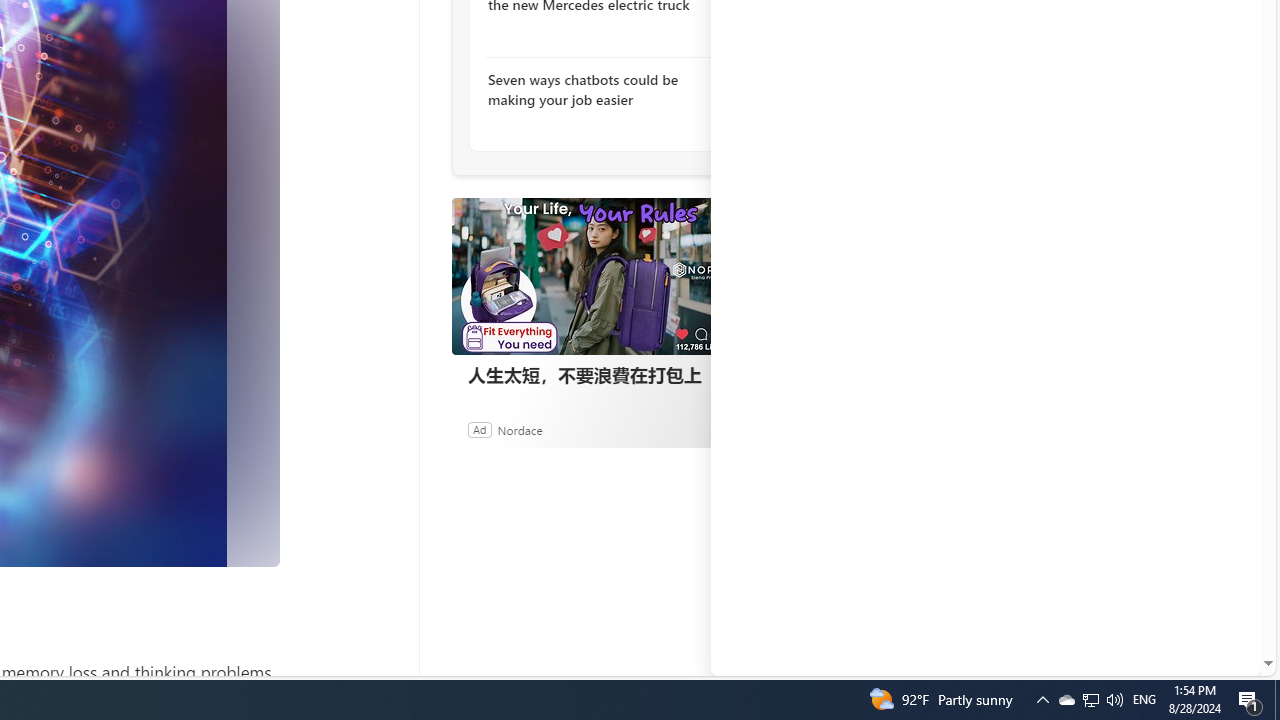  I want to click on 'Seven ways chatbots could be making your job easier', so click(595, 88).